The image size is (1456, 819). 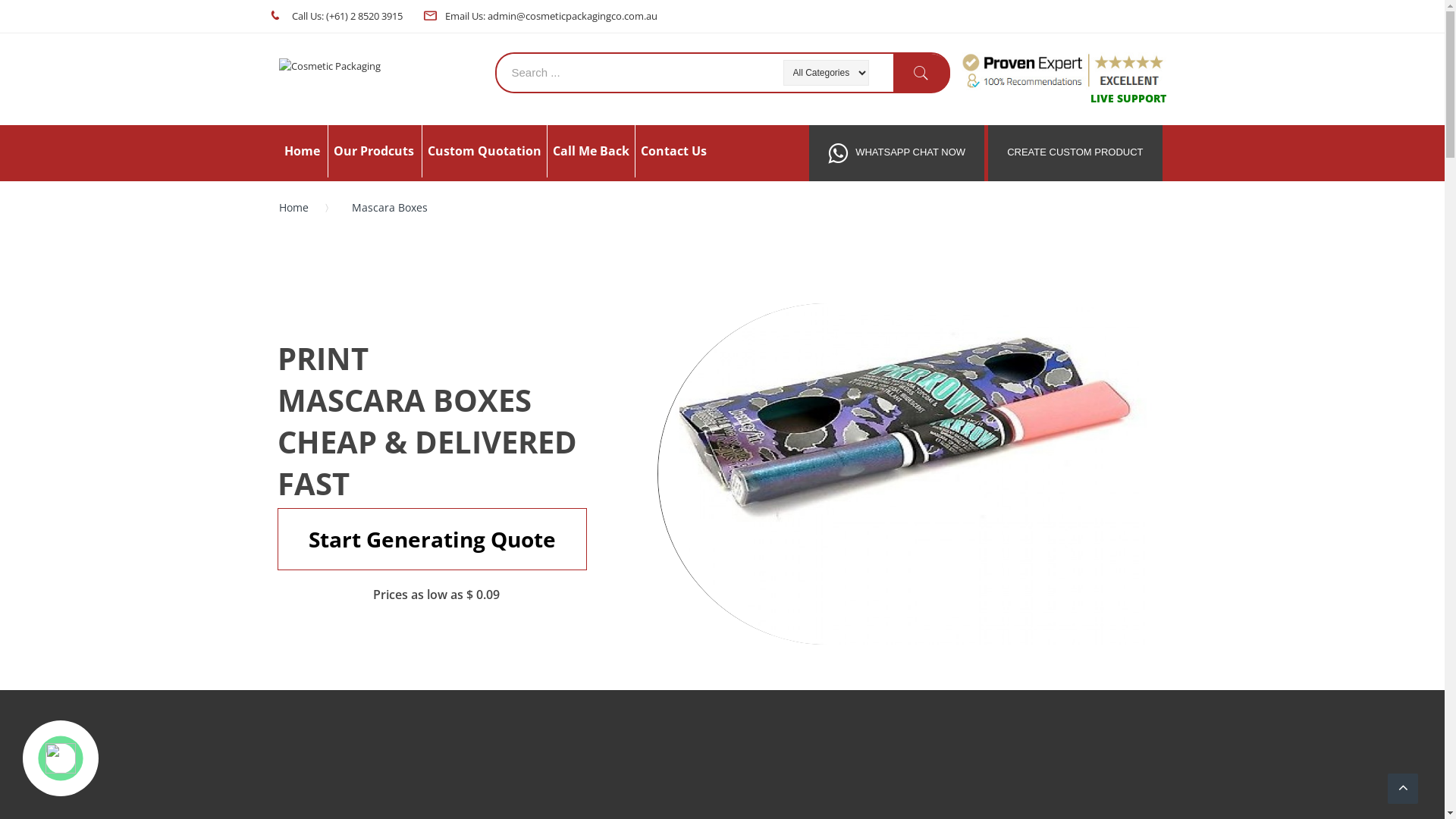 What do you see at coordinates (422, 151) in the screenshot?
I see `'Custom Quotation'` at bounding box center [422, 151].